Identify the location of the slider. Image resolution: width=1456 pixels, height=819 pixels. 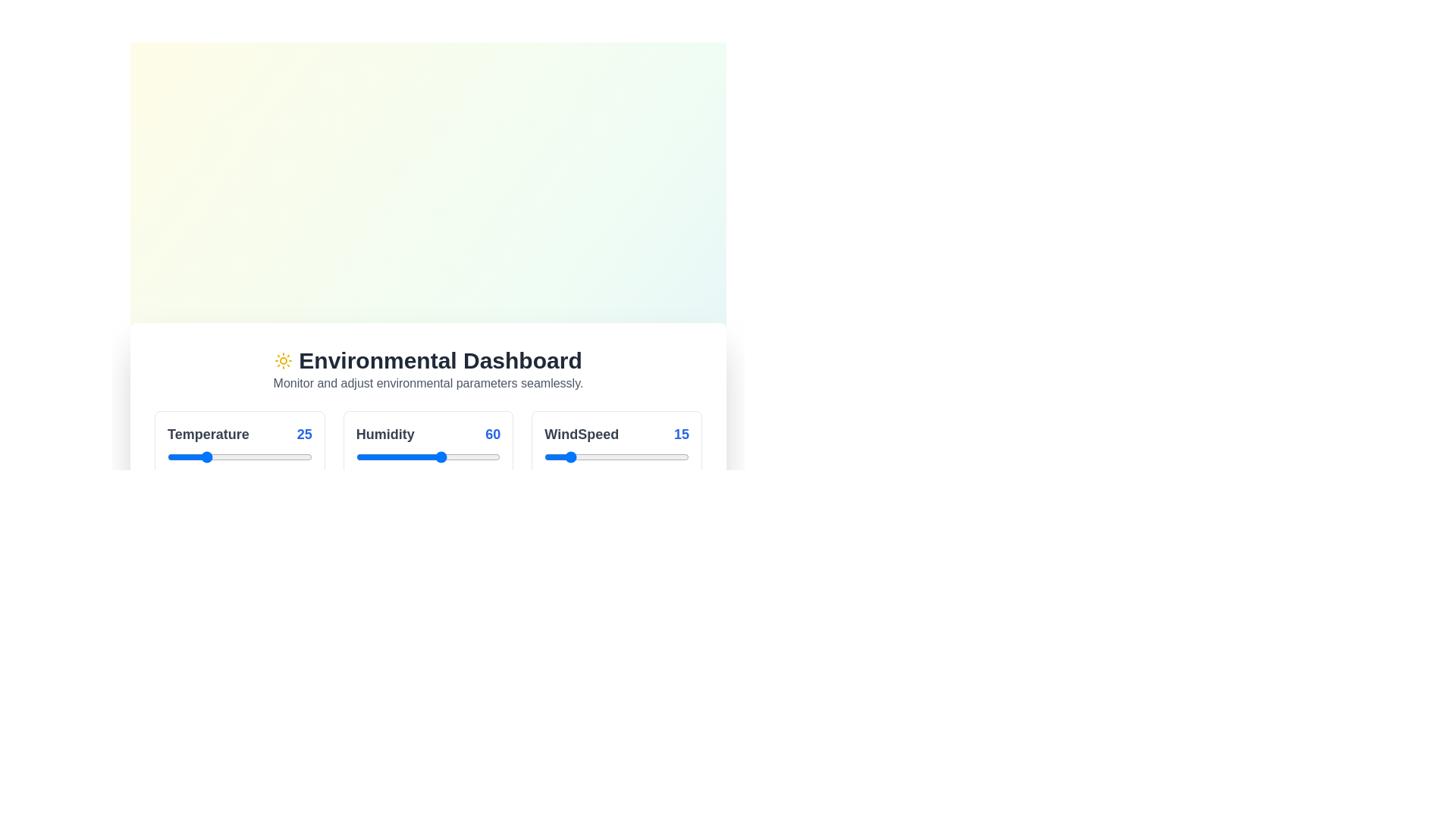
(187, 456).